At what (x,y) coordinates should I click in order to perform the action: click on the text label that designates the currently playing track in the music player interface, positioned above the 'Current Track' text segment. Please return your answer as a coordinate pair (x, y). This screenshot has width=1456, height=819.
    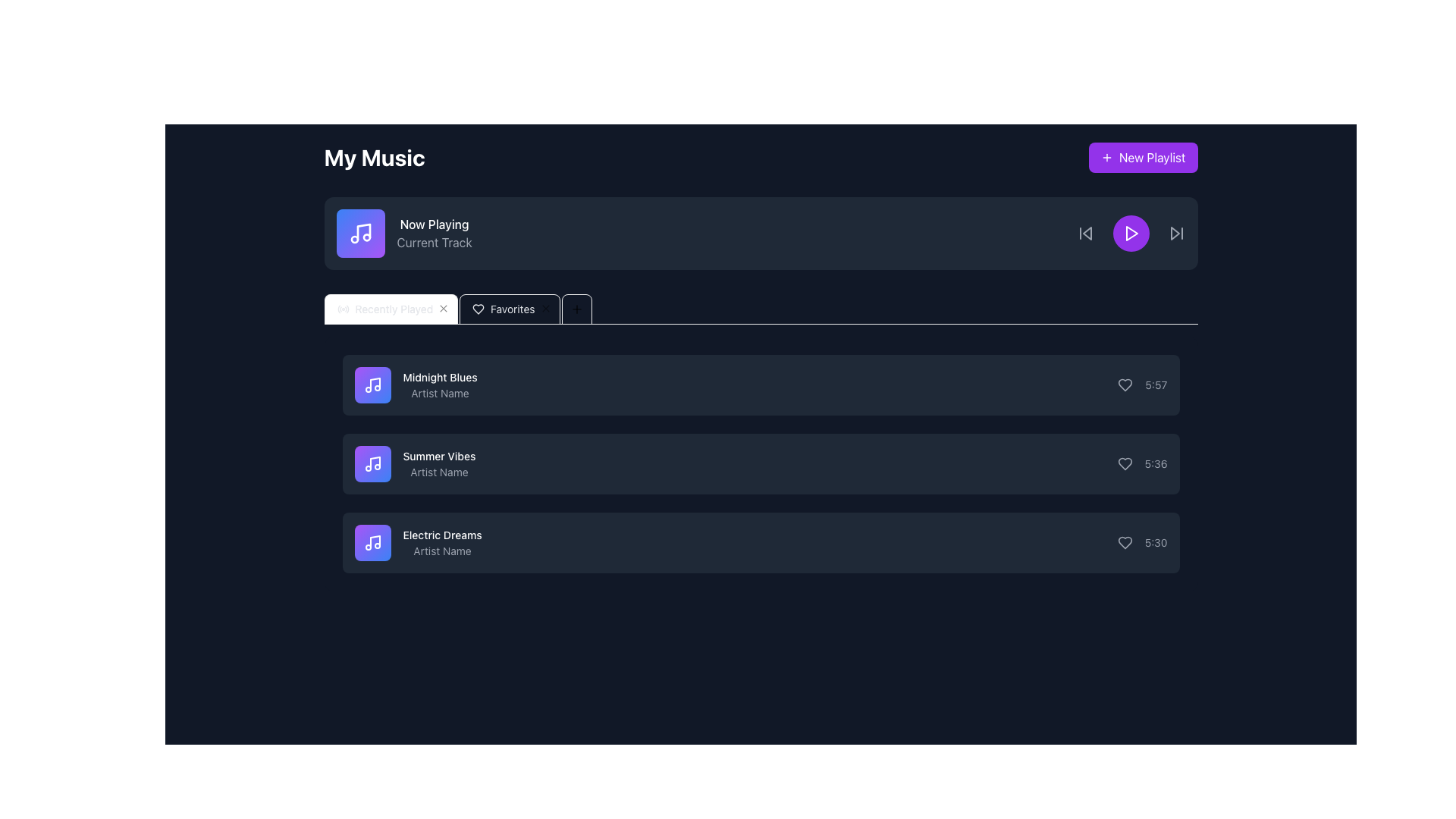
    Looking at the image, I should click on (434, 224).